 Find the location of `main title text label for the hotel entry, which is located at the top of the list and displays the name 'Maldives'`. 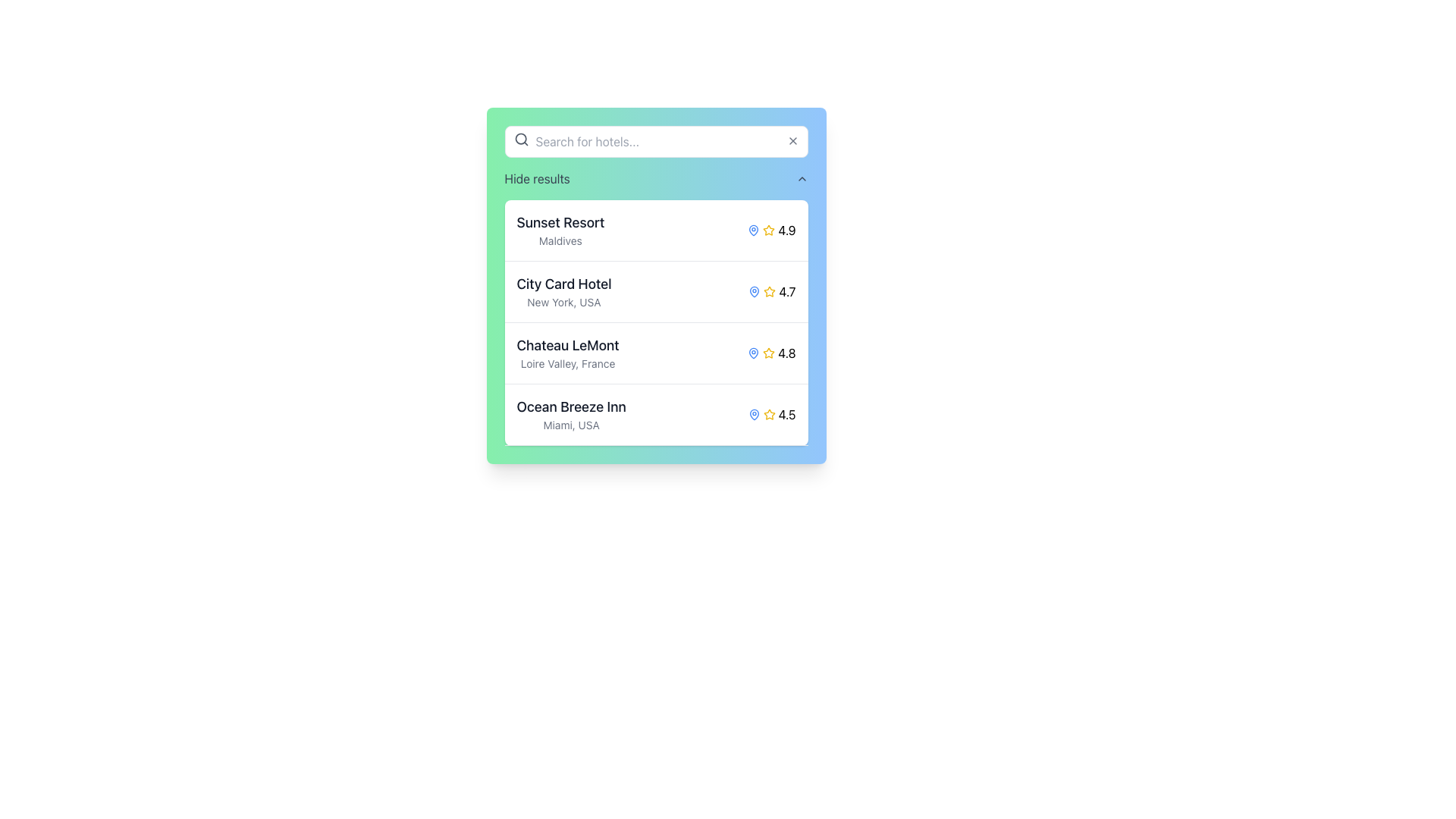

main title text label for the hotel entry, which is located at the top of the list and displays the name 'Maldives' is located at coordinates (560, 222).